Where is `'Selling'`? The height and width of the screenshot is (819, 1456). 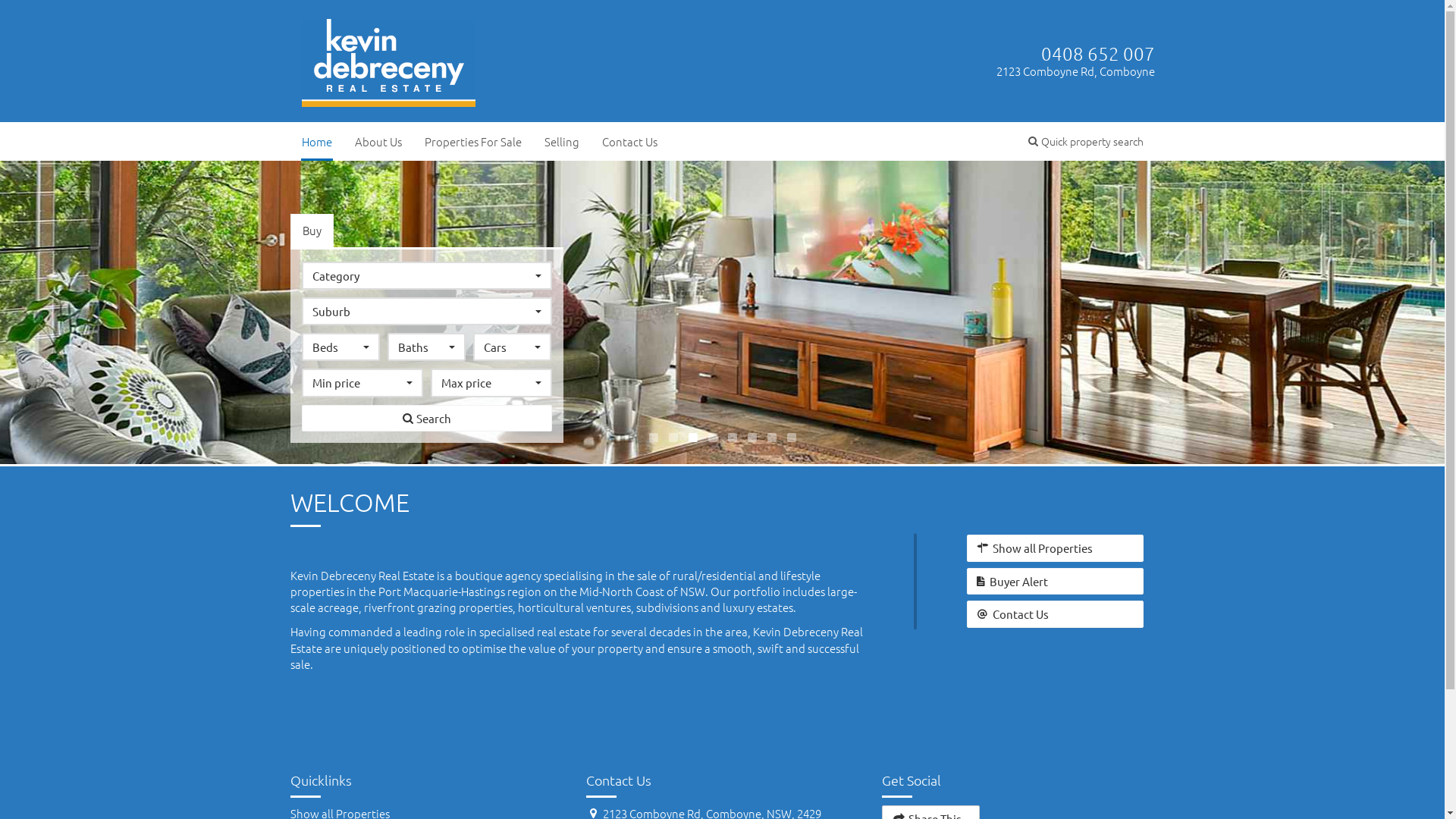 'Selling' is located at coordinates (560, 141).